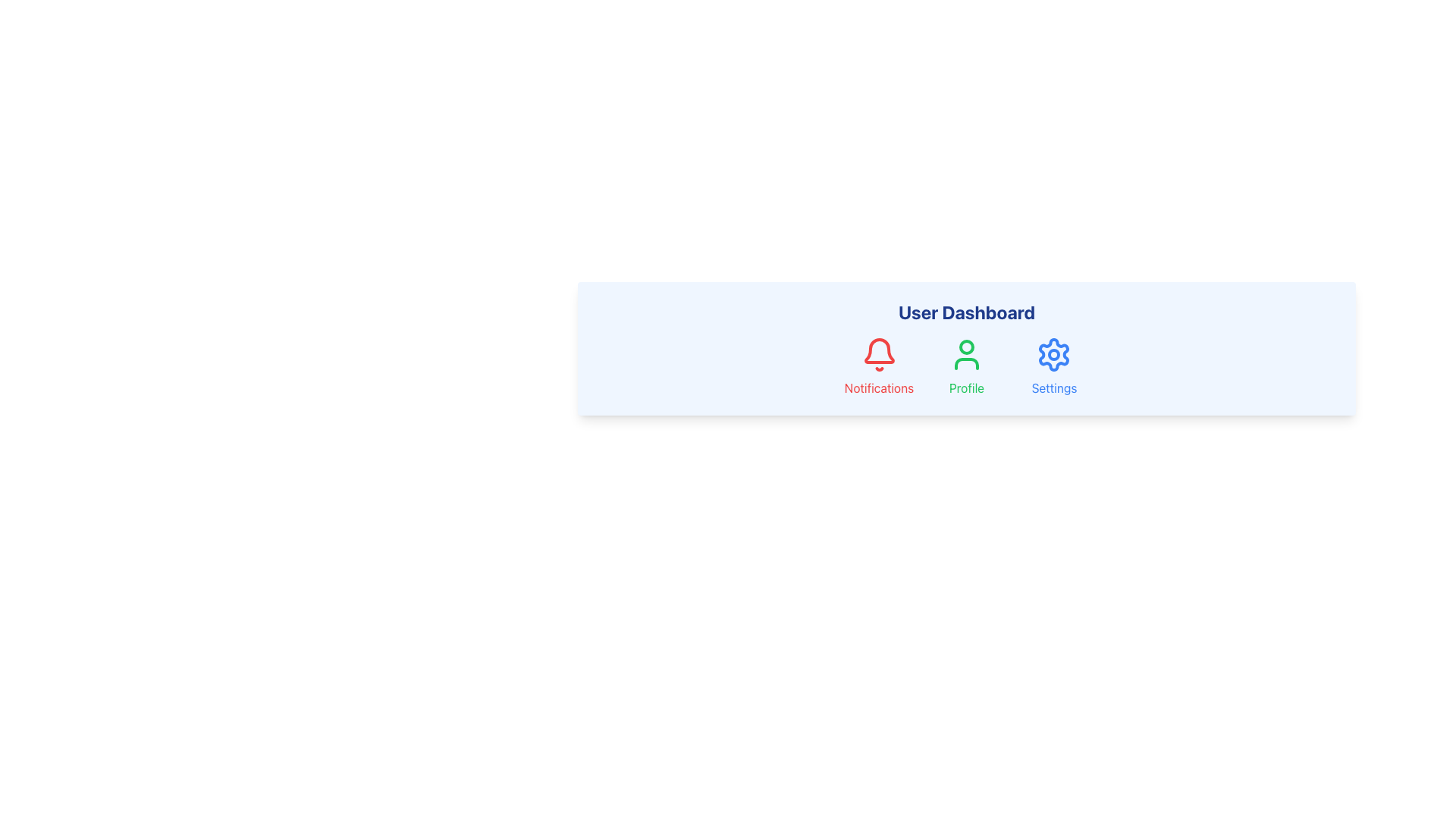  What do you see at coordinates (966, 388) in the screenshot?
I see `the interactive label positioned directly below the user icon` at bounding box center [966, 388].